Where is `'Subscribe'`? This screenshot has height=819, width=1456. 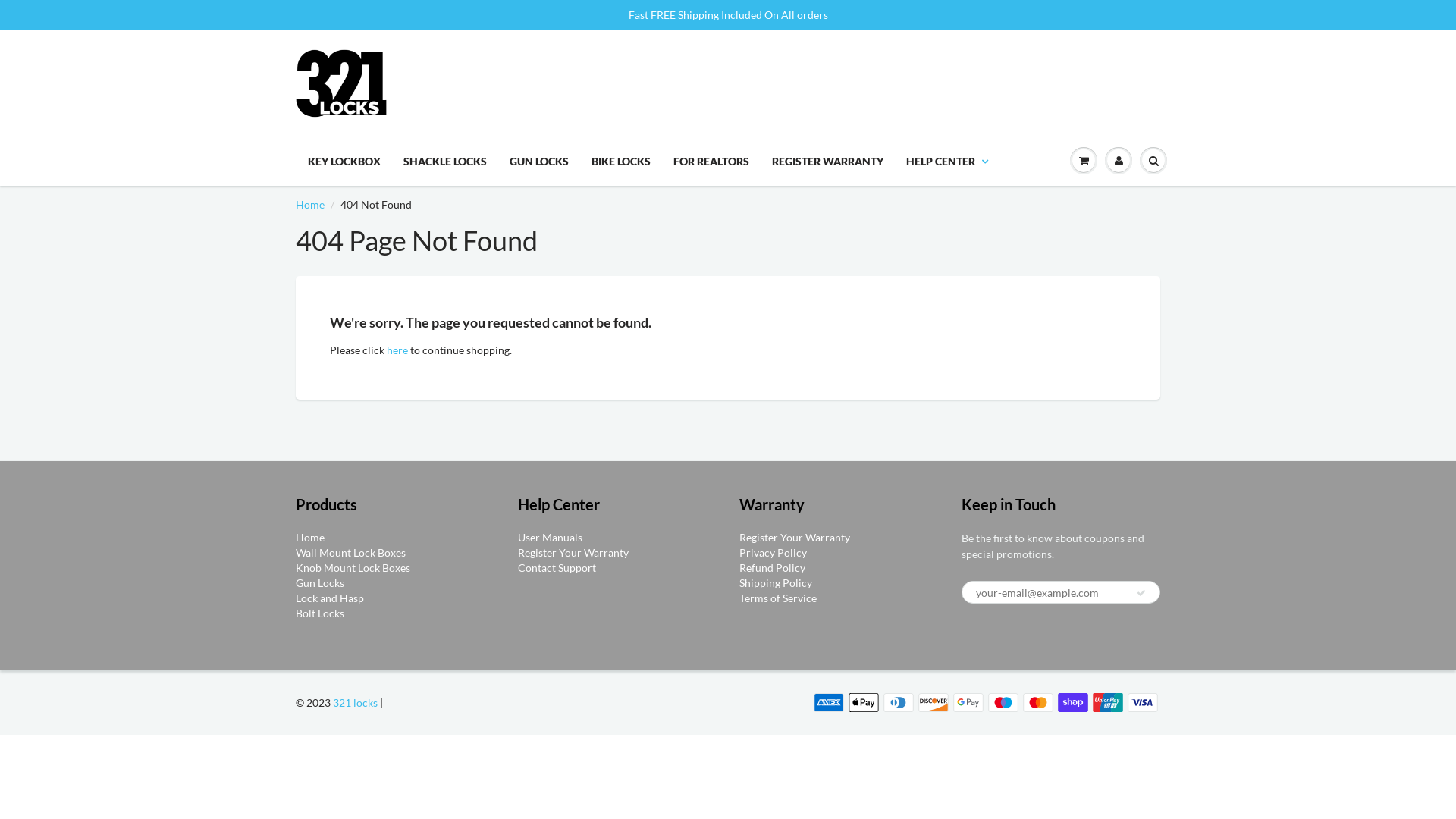
'Subscribe' is located at coordinates (1135, 592).